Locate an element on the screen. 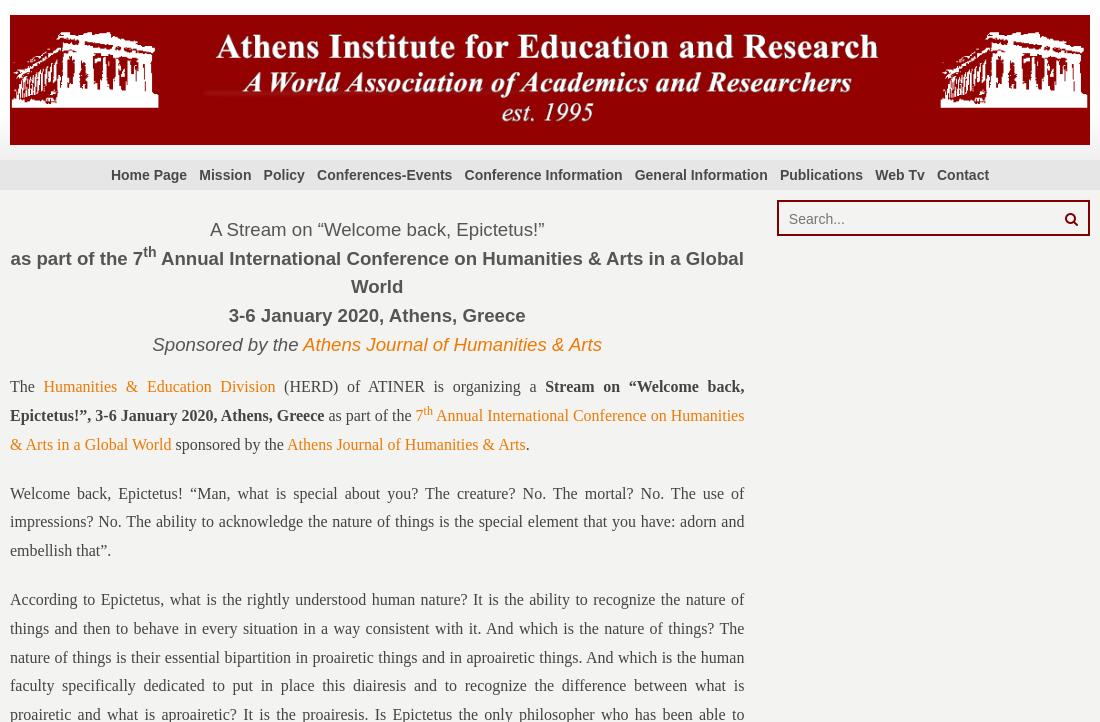  'Welcome back, Epictetus! “Man, what is special about you? The creature? No. The mortal? No. The use of impressions? No. The ability to acknowledge the nature of things is the special element that you have: adorn and embellish that”.' is located at coordinates (376, 521).